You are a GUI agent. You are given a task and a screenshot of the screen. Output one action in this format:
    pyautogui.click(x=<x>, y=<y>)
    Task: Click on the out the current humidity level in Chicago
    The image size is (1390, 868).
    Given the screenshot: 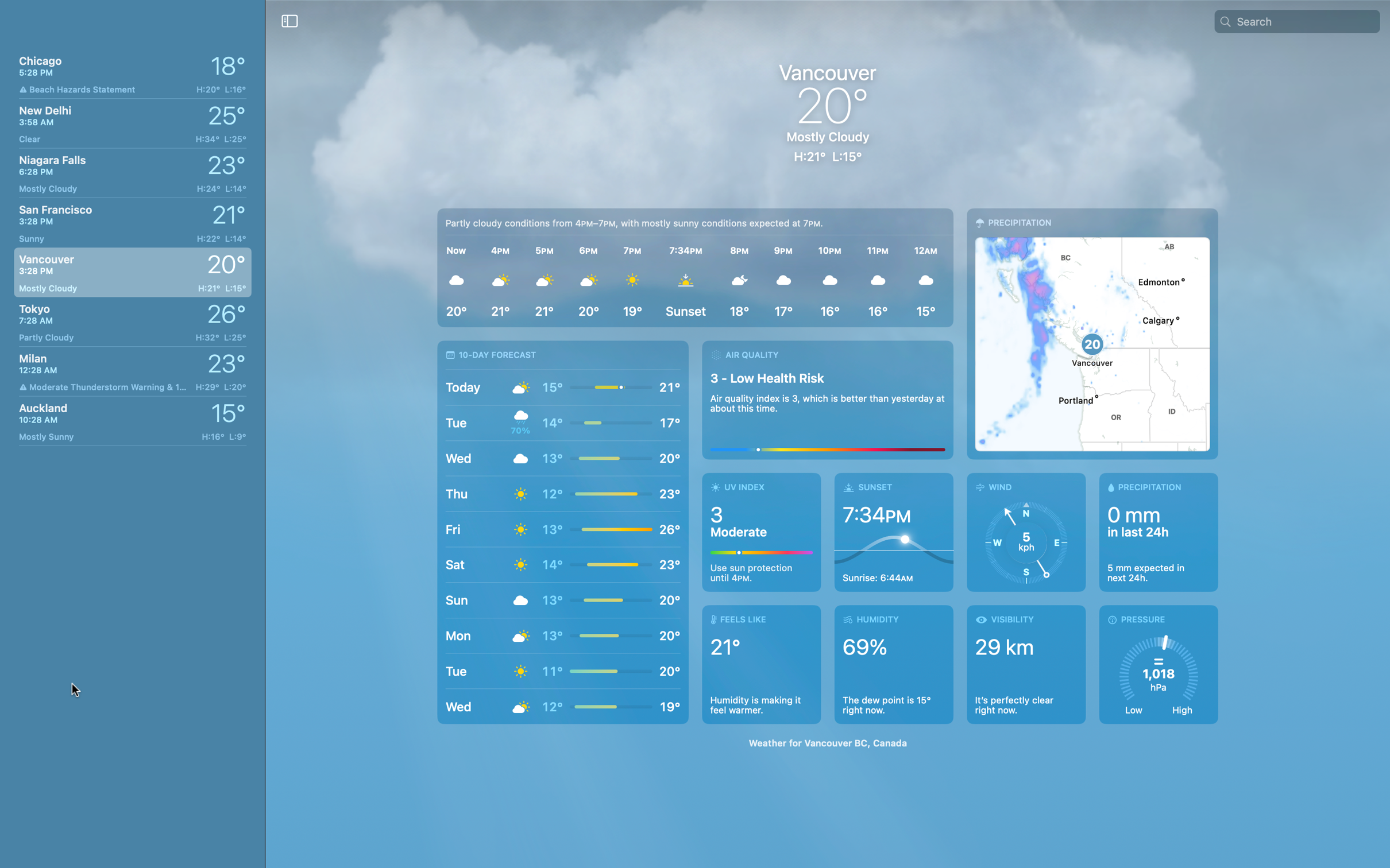 What is the action you would take?
    pyautogui.click(x=896, y=665)
    